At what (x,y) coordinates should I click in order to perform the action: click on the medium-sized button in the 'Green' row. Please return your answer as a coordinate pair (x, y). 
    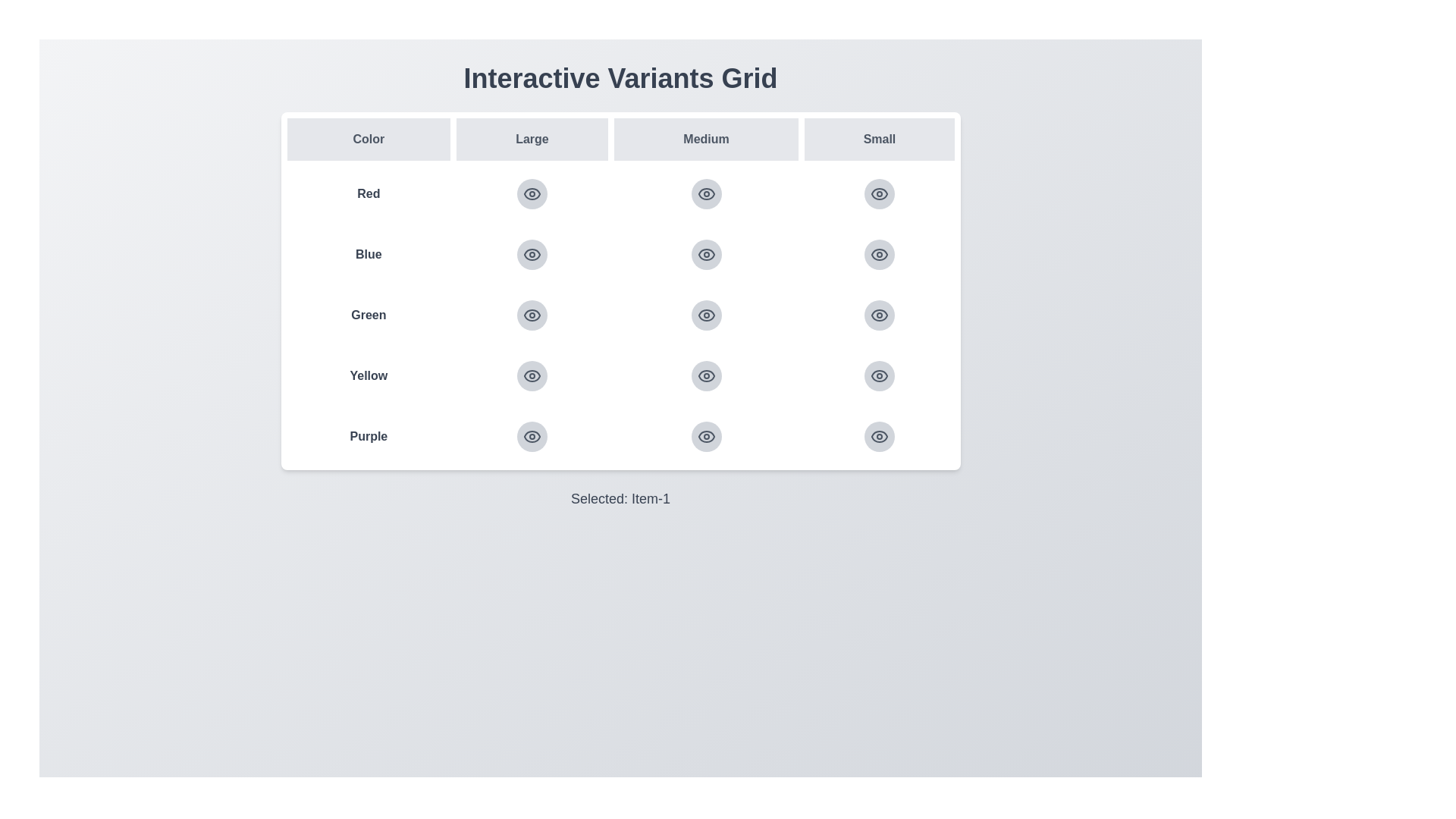
    Looking at the image, I should click on (705, 315).